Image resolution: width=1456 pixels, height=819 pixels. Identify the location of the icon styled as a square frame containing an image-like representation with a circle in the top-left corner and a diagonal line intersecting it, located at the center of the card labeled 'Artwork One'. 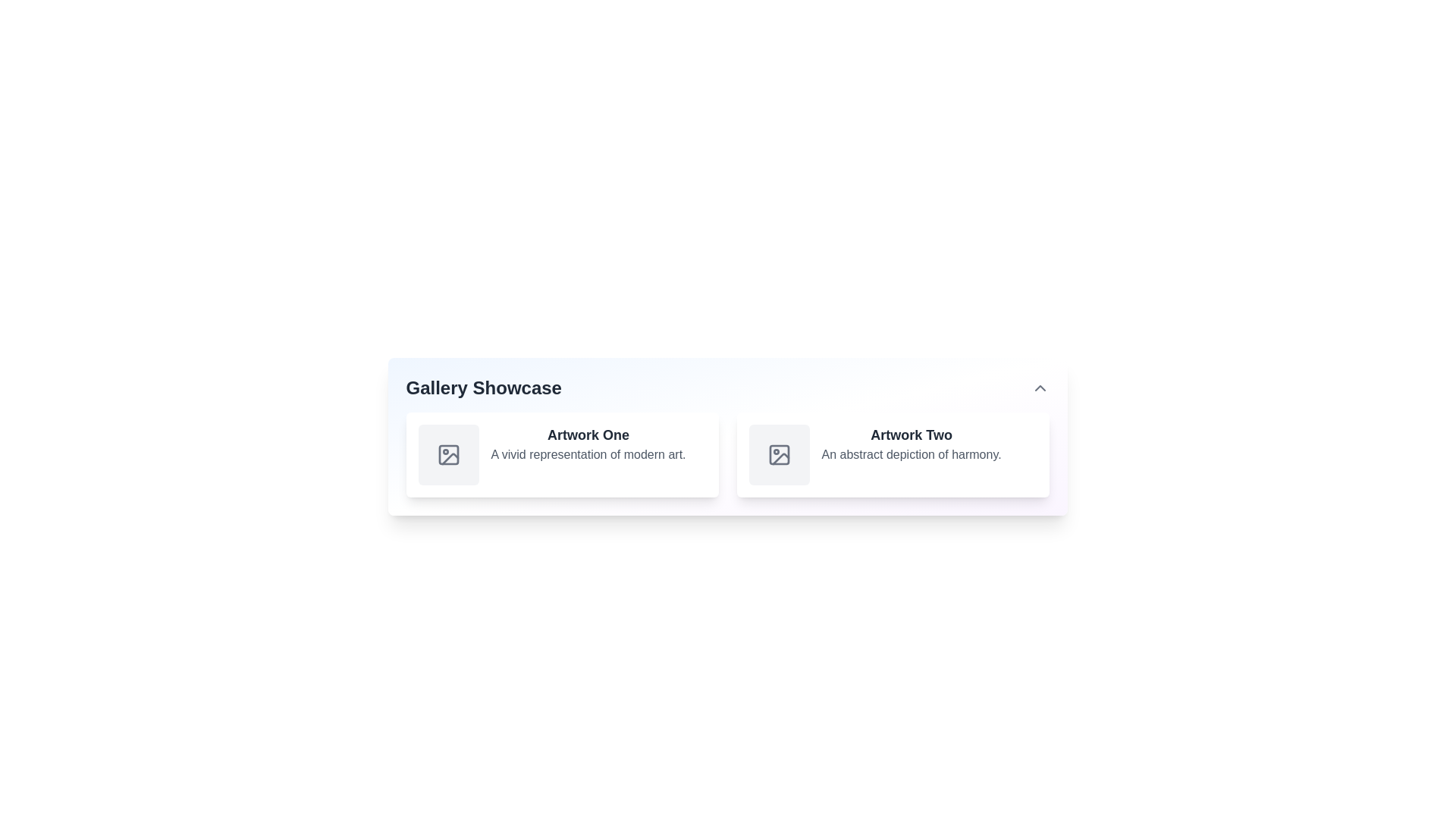
(447, 454).